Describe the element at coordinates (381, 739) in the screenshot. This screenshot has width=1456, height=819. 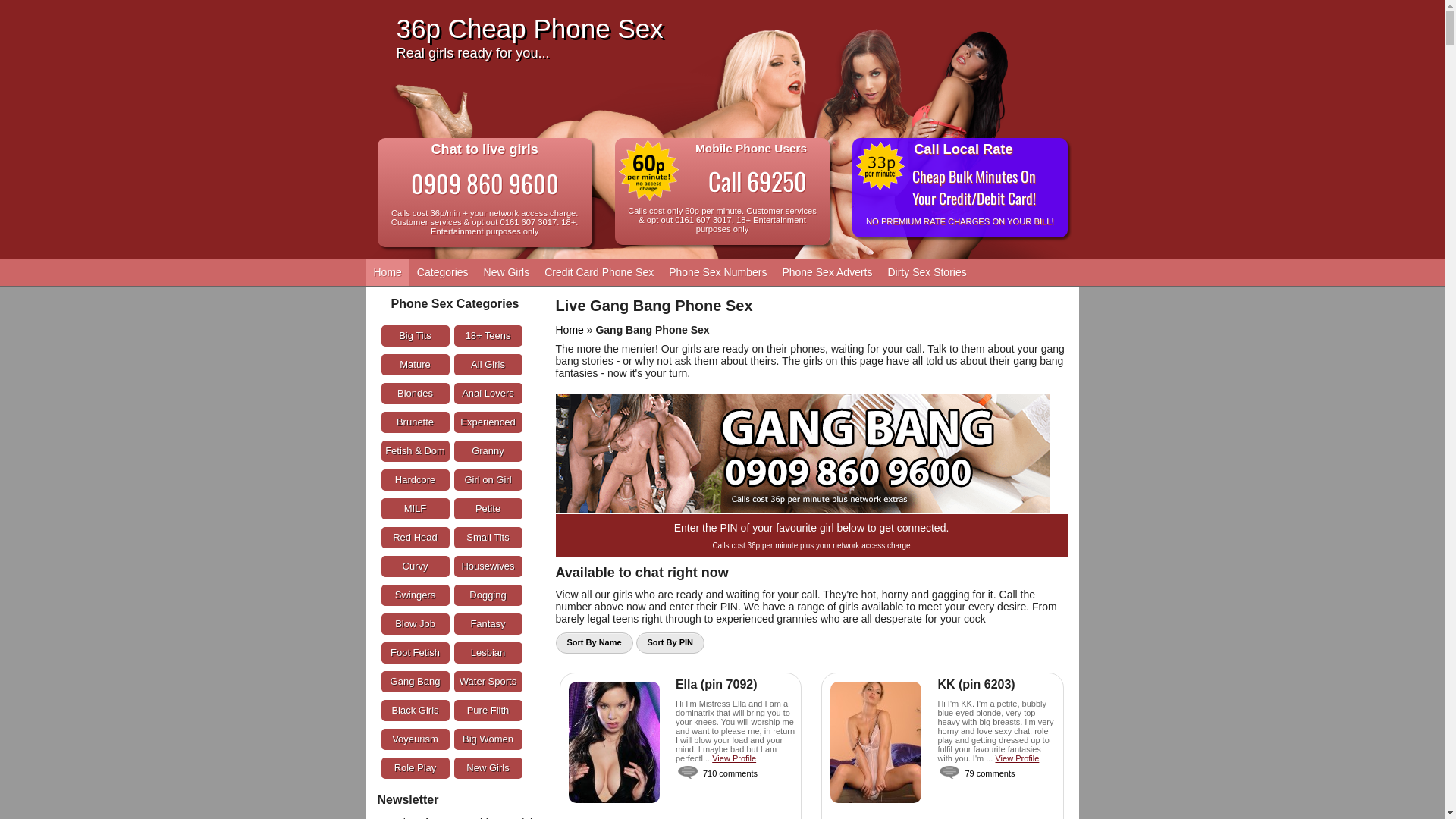
I see `'Voyeurism'` at that location.